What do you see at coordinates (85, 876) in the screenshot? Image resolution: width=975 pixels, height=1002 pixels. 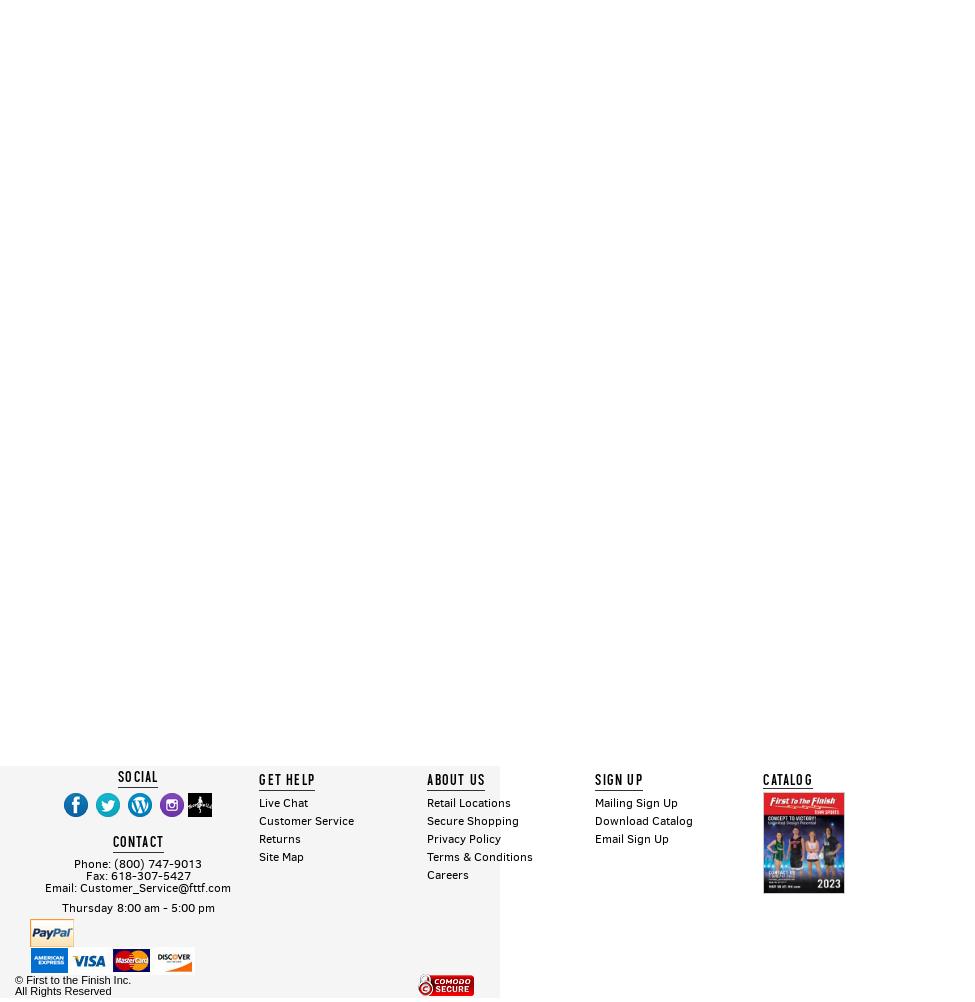 I see `'Fax: 618-307-5427'` at bounding box center [85, 876].